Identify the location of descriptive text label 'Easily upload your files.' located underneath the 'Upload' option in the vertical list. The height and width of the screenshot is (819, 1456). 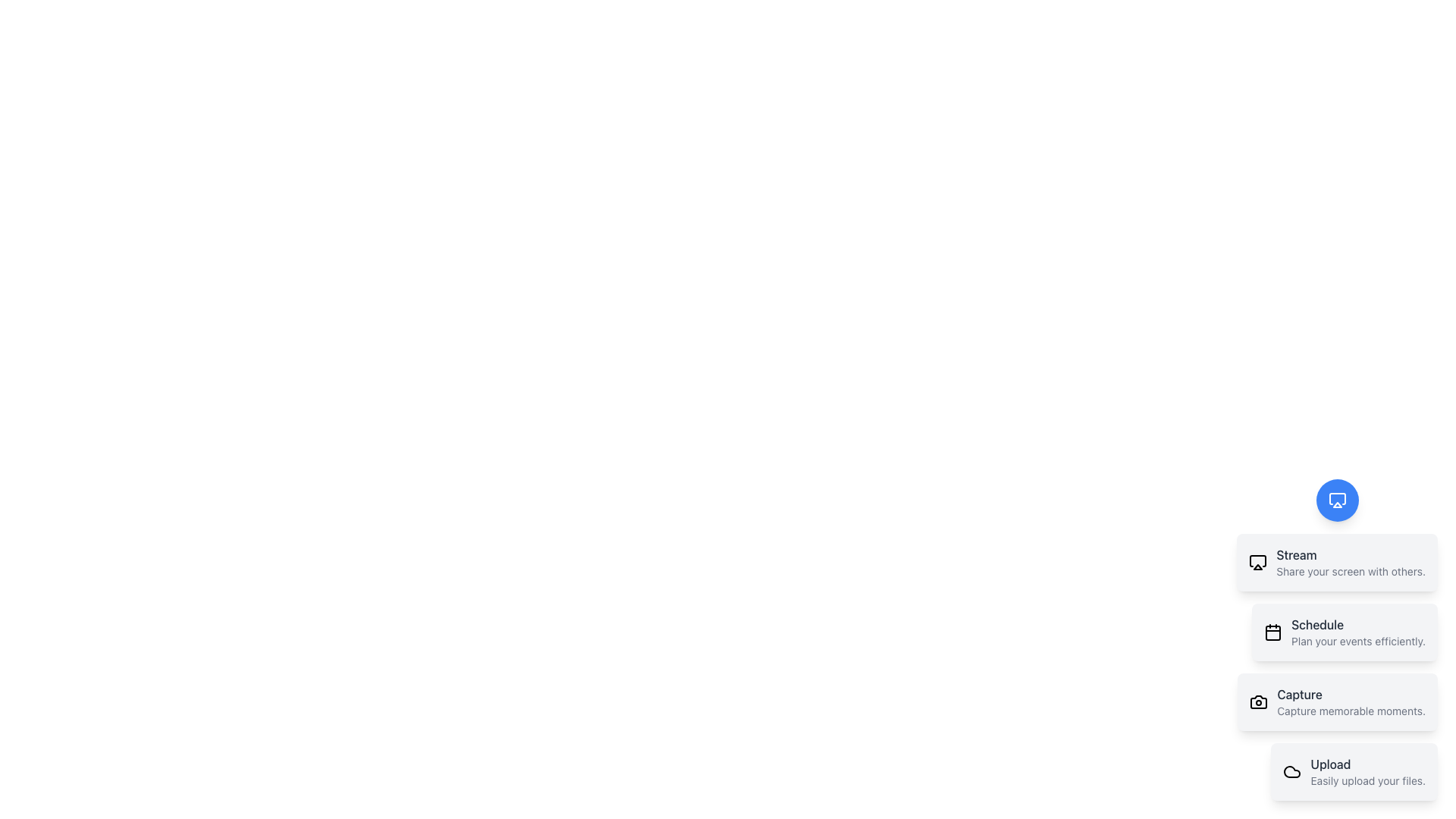
(1368, 780).